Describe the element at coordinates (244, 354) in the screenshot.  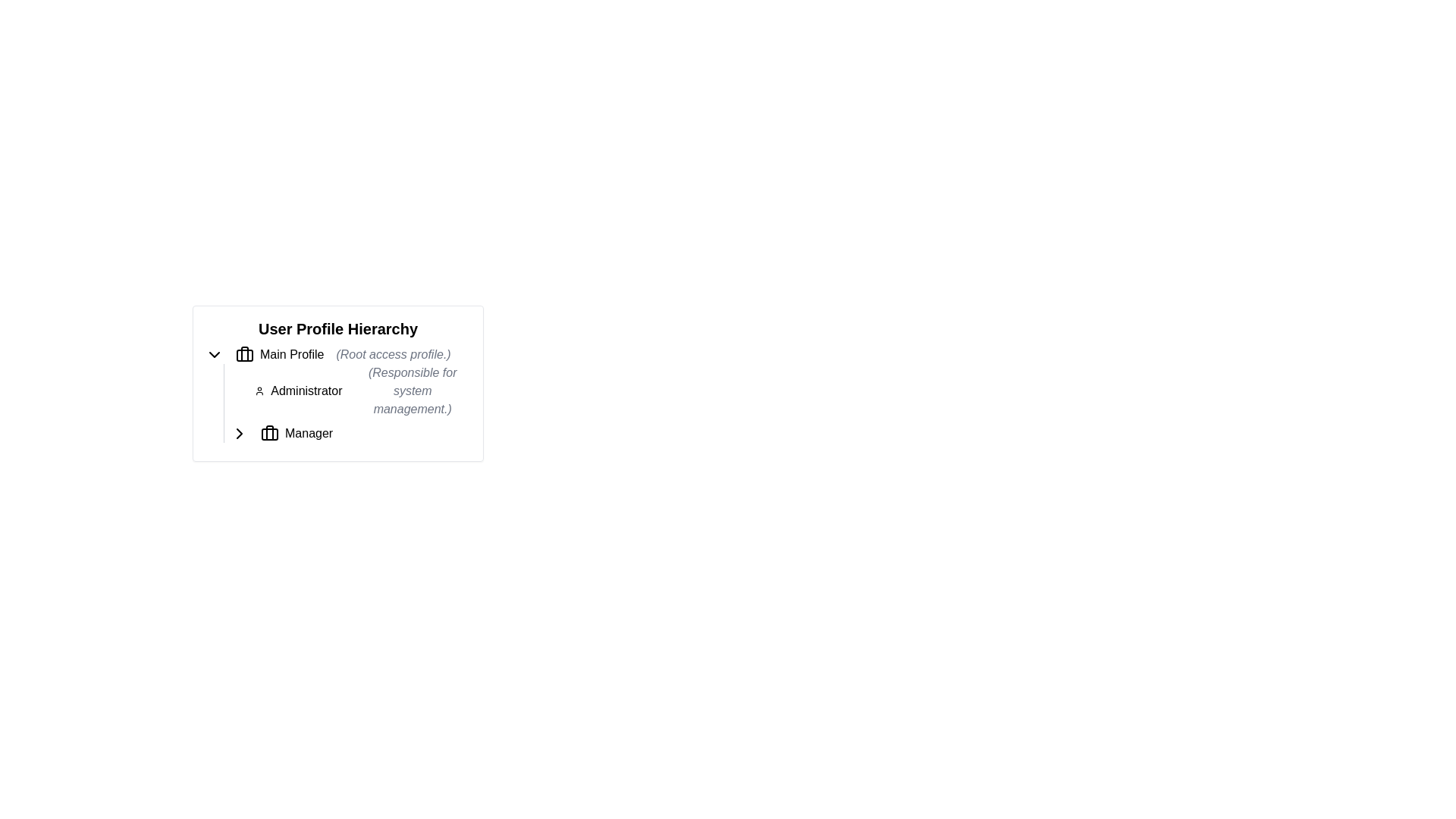
I see `the profile icon located to the left of the 'Main Profile' text in the 'User Profile Hierarchy' section` at that location.